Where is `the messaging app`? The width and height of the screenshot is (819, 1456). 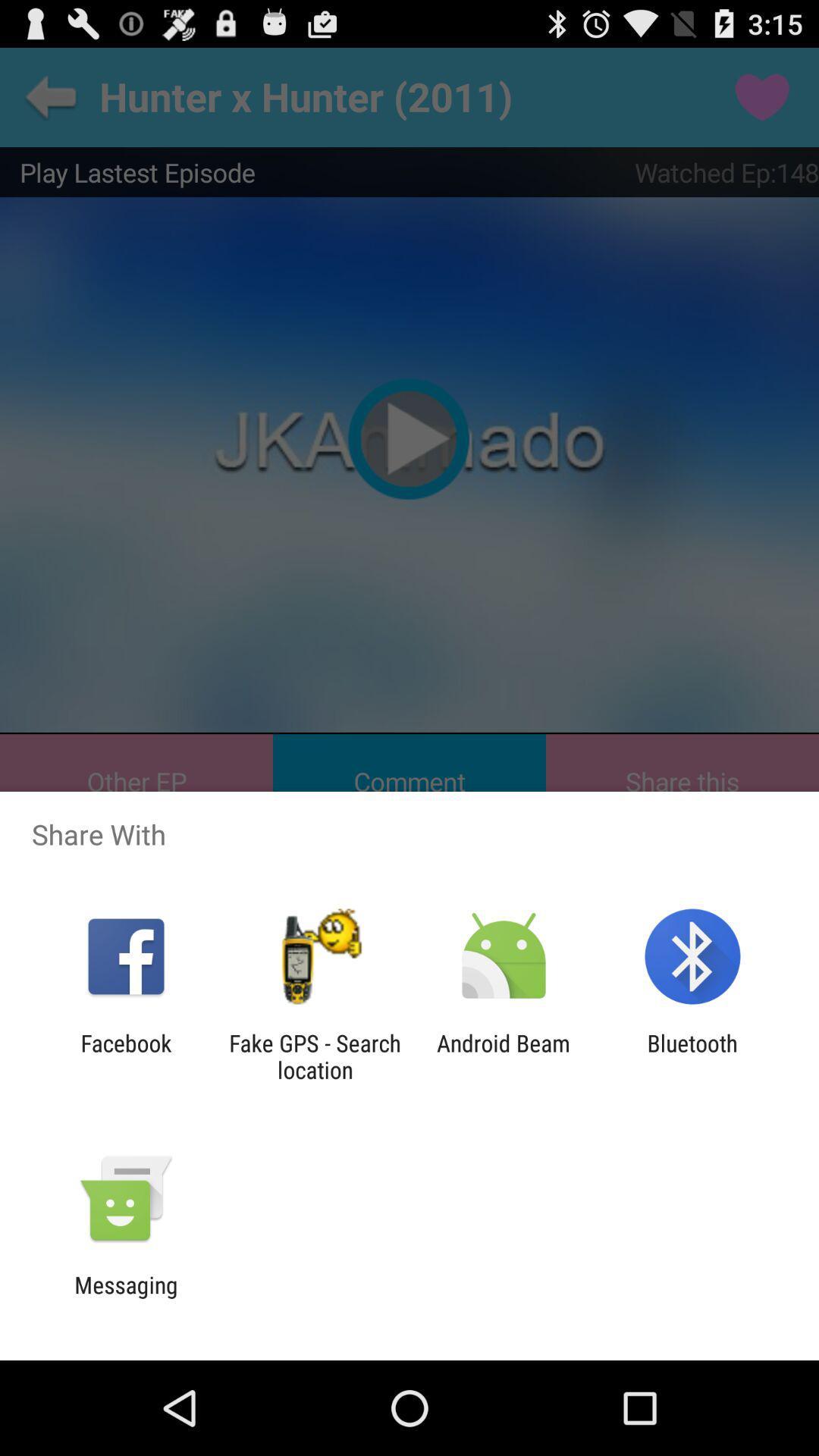
the messaging app is located at coordinates (125, 1298).